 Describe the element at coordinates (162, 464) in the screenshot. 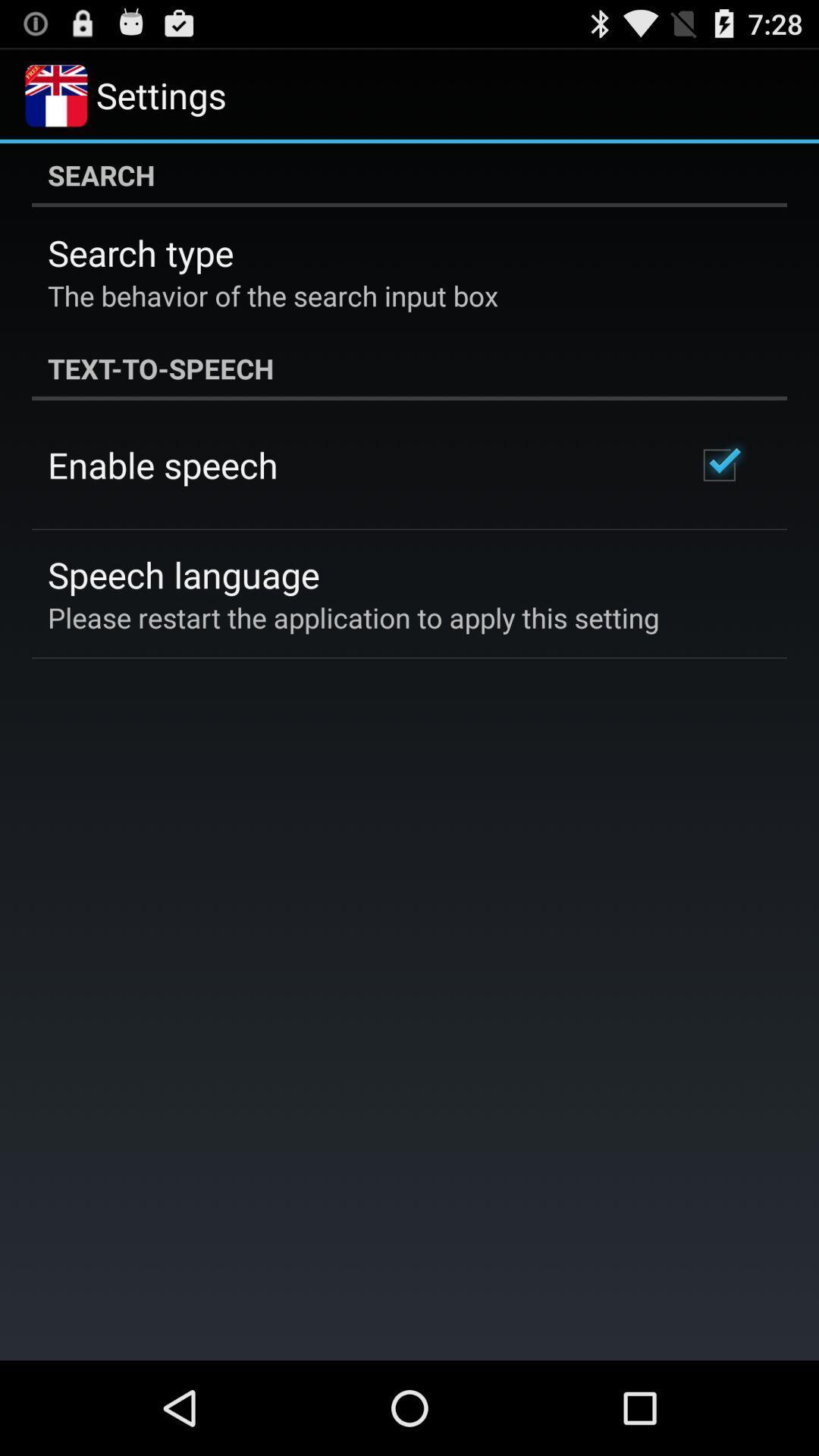

I see `enable speech item` at that location.